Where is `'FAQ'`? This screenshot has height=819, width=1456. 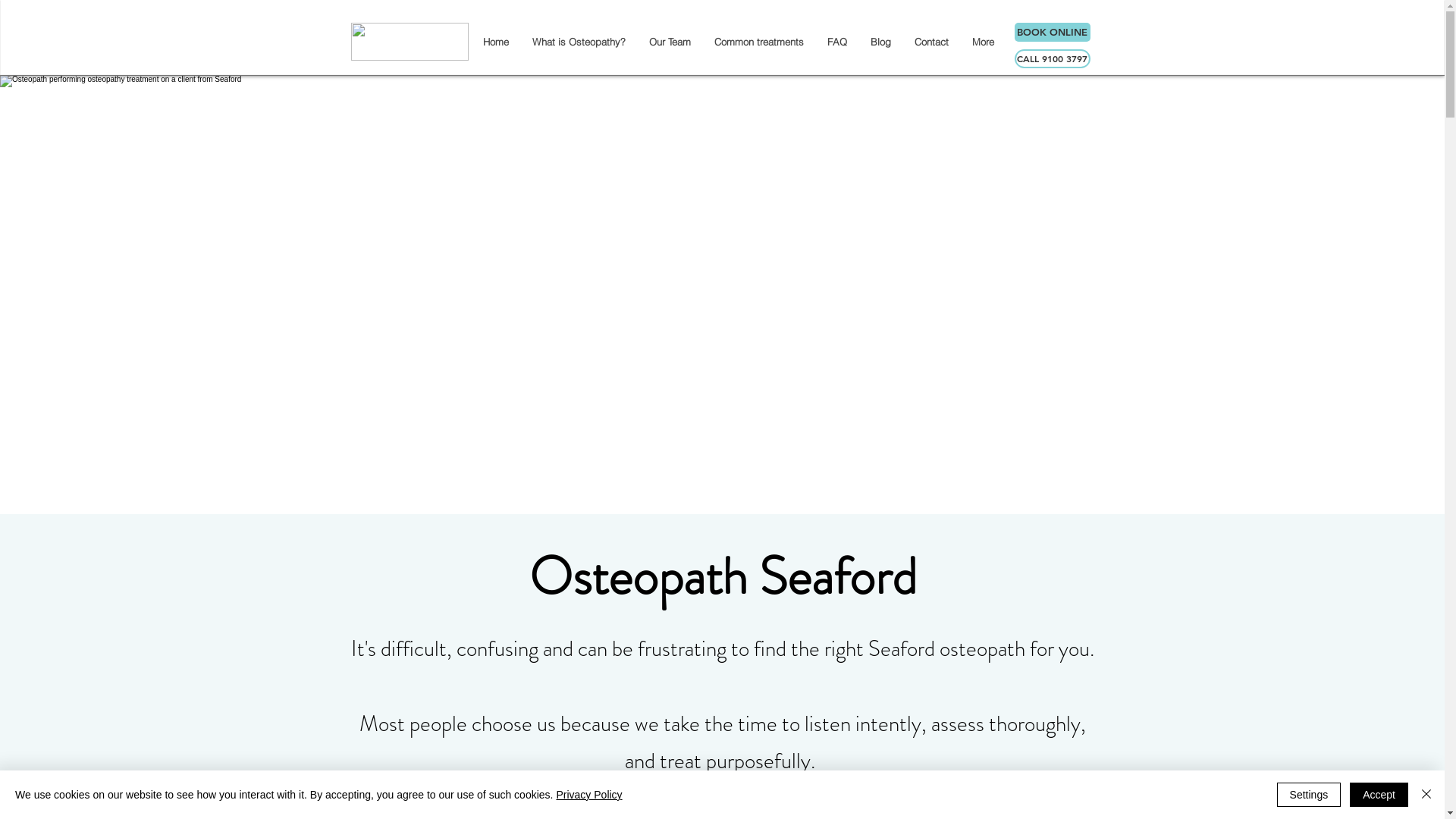
'FAQ' is located at coordinates (835, 40).